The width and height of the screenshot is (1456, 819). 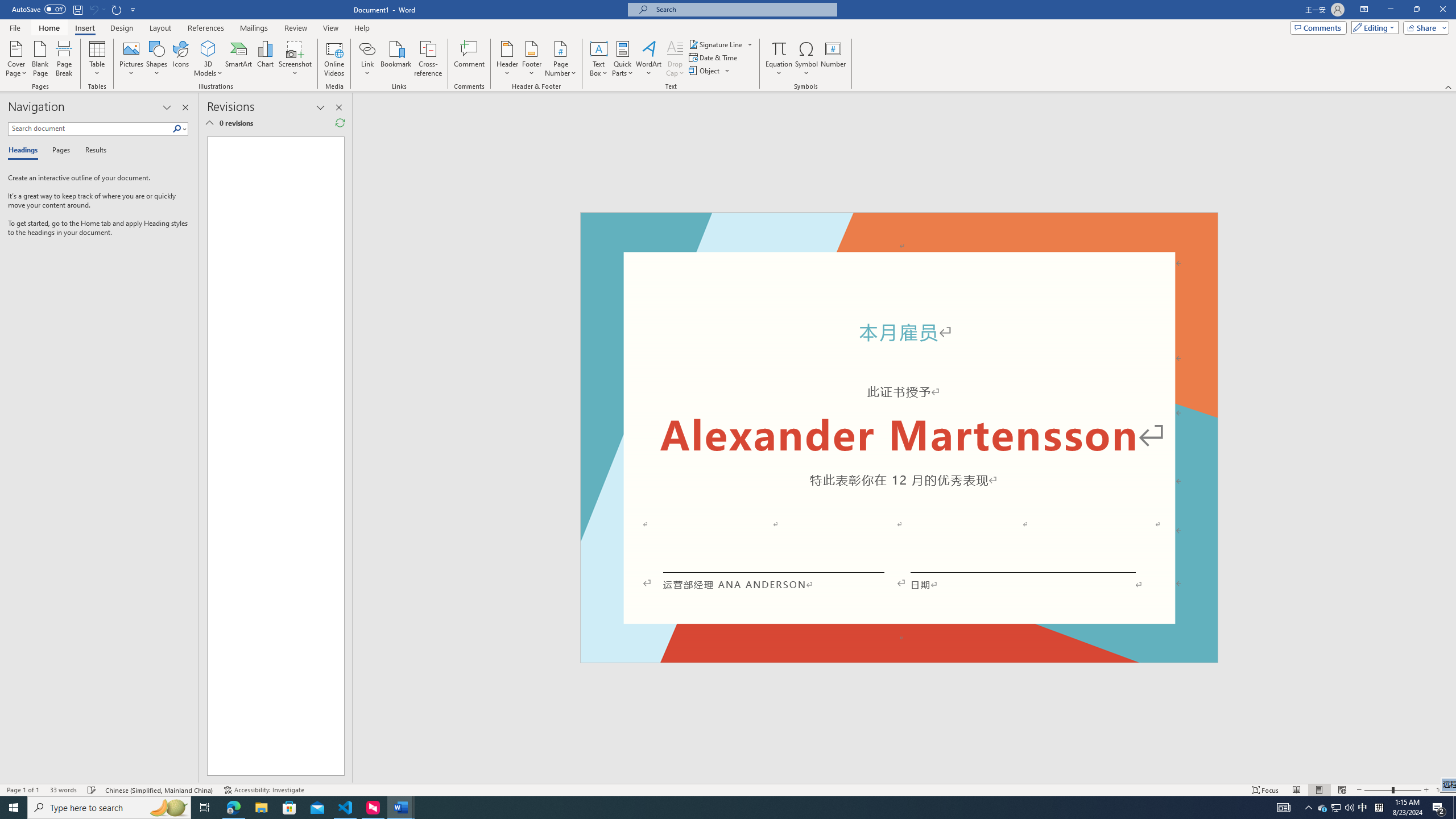 I want to click on '3D Models', so click(x=208, y=48).